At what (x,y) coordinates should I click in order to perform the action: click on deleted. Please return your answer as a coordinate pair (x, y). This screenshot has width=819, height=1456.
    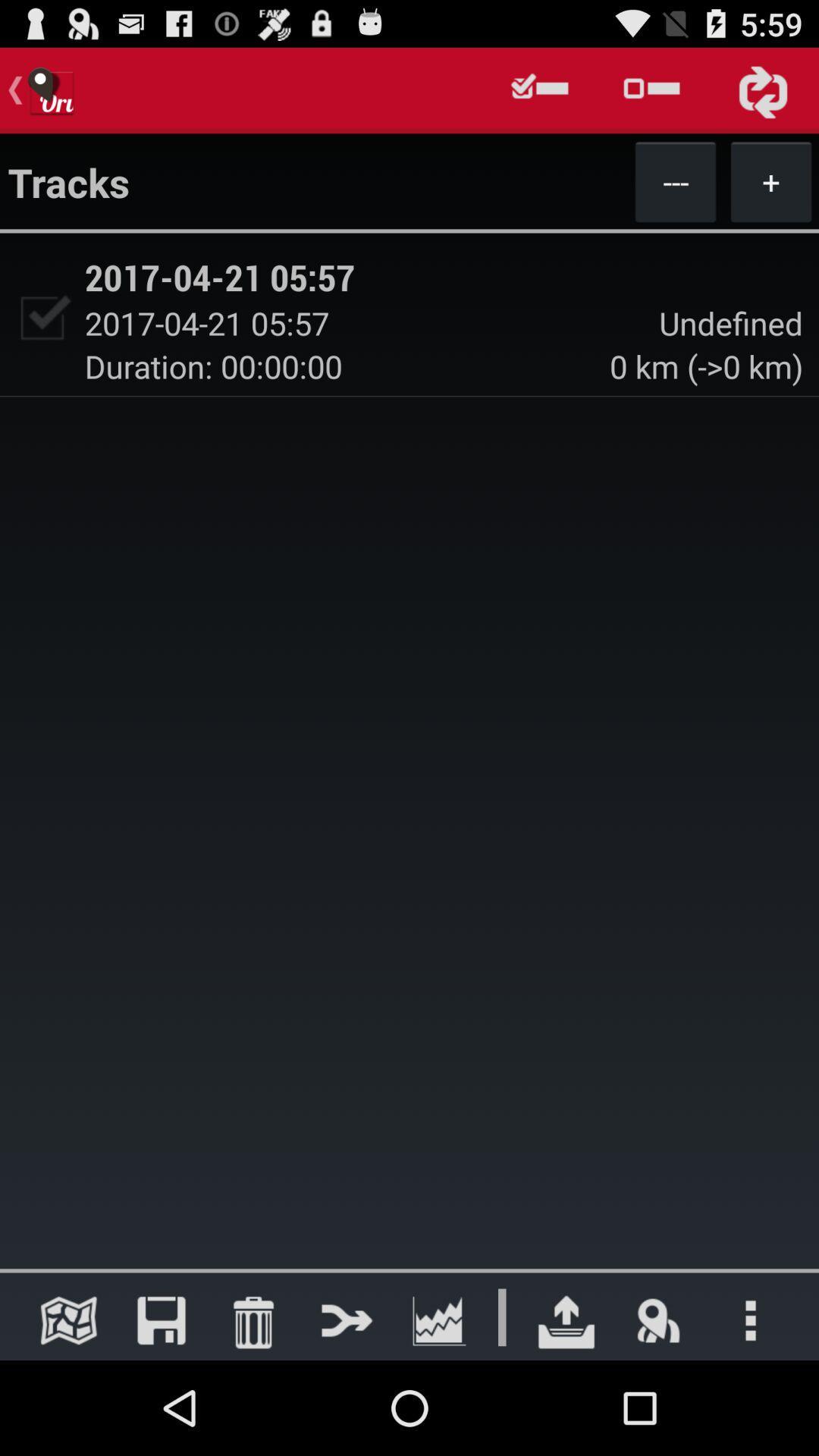
    Looking at the image, I should click on (253, 1319).